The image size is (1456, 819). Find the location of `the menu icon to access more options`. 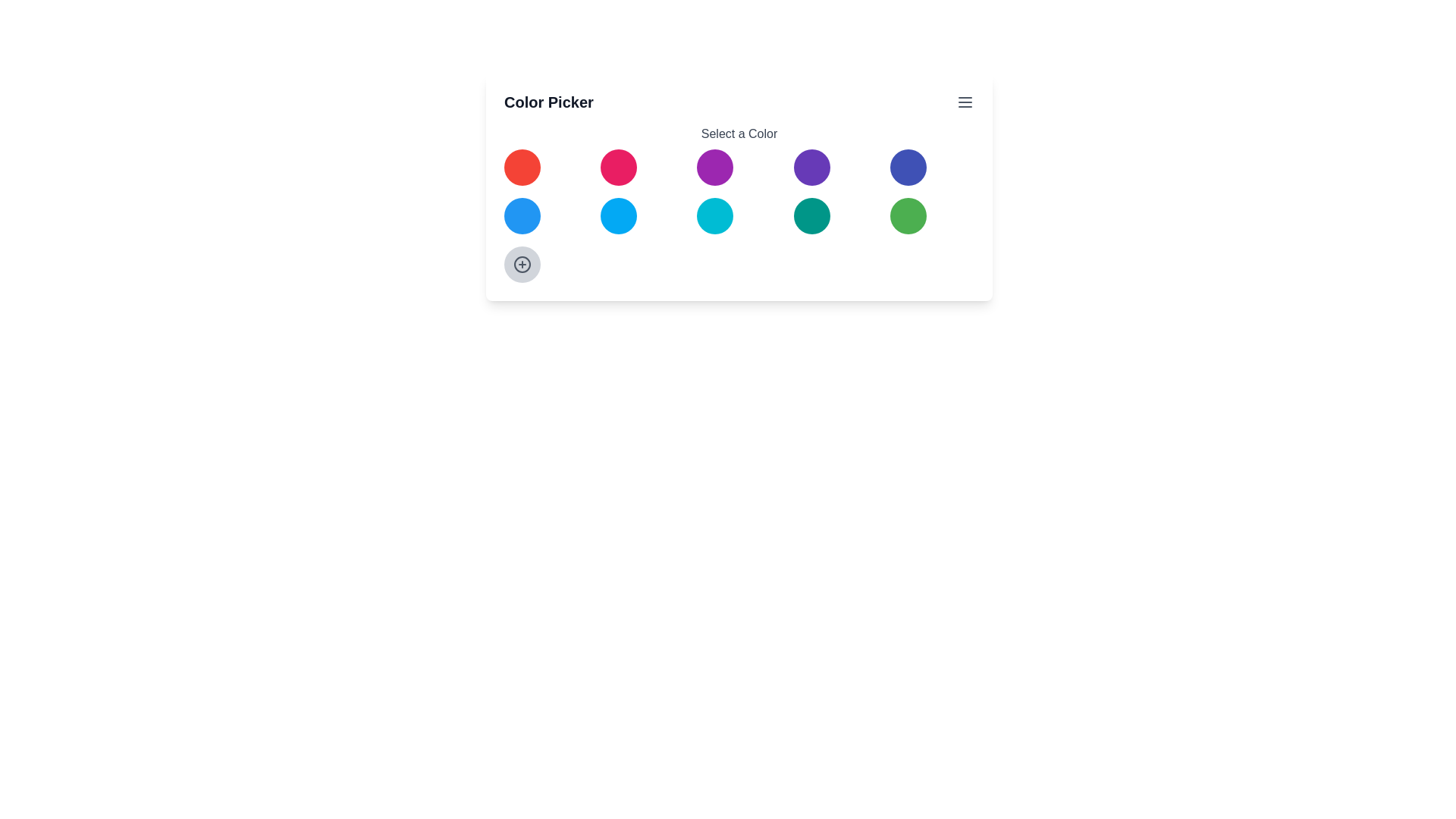

the menu icon to access more options is located at coordinates (964, 102).